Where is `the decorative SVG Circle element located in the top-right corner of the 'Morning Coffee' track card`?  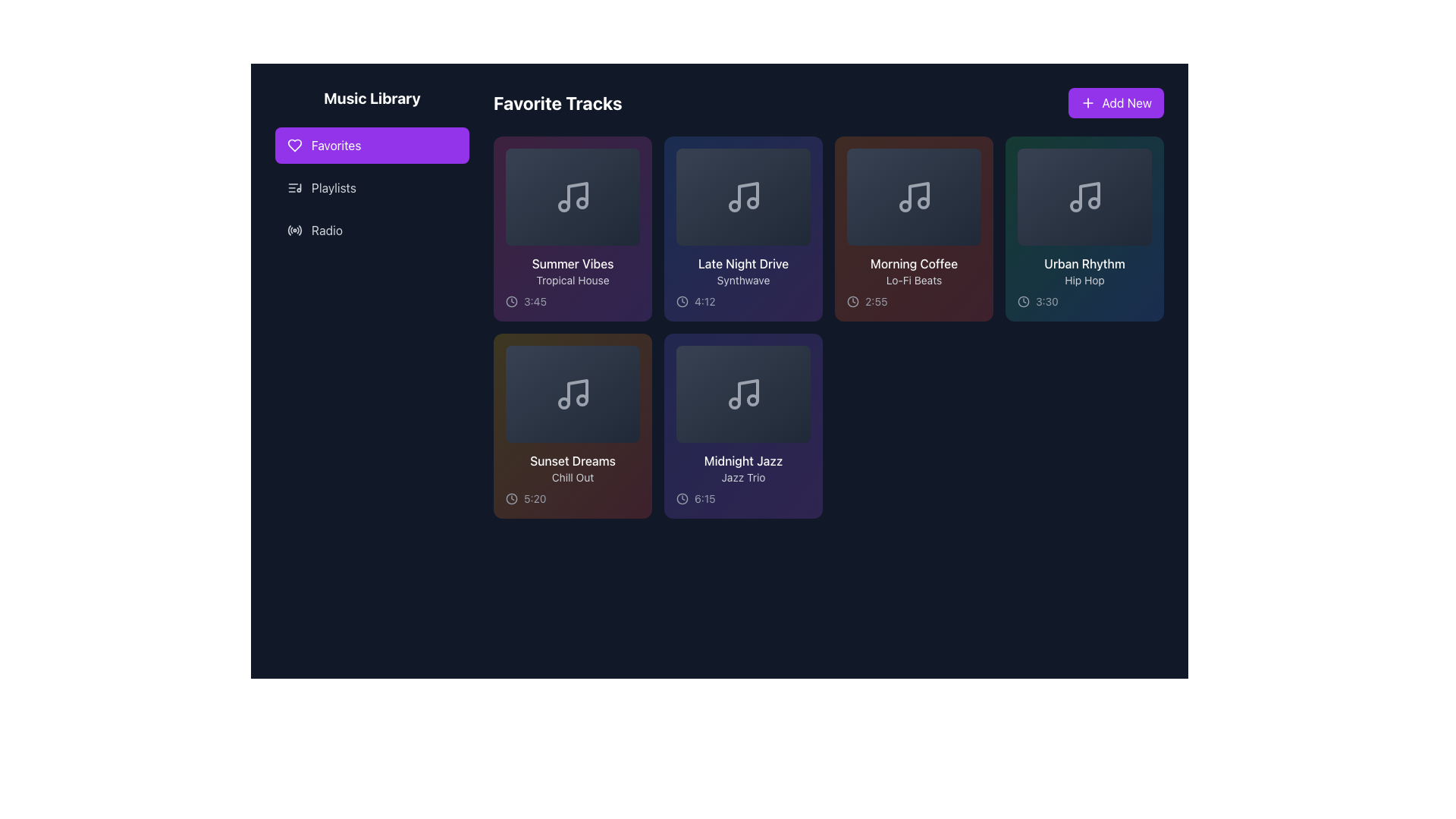
the decorative SVG Circle element located in the top-right corner of the 'Morning Coffee' track card is located at coordinates (971, 158).